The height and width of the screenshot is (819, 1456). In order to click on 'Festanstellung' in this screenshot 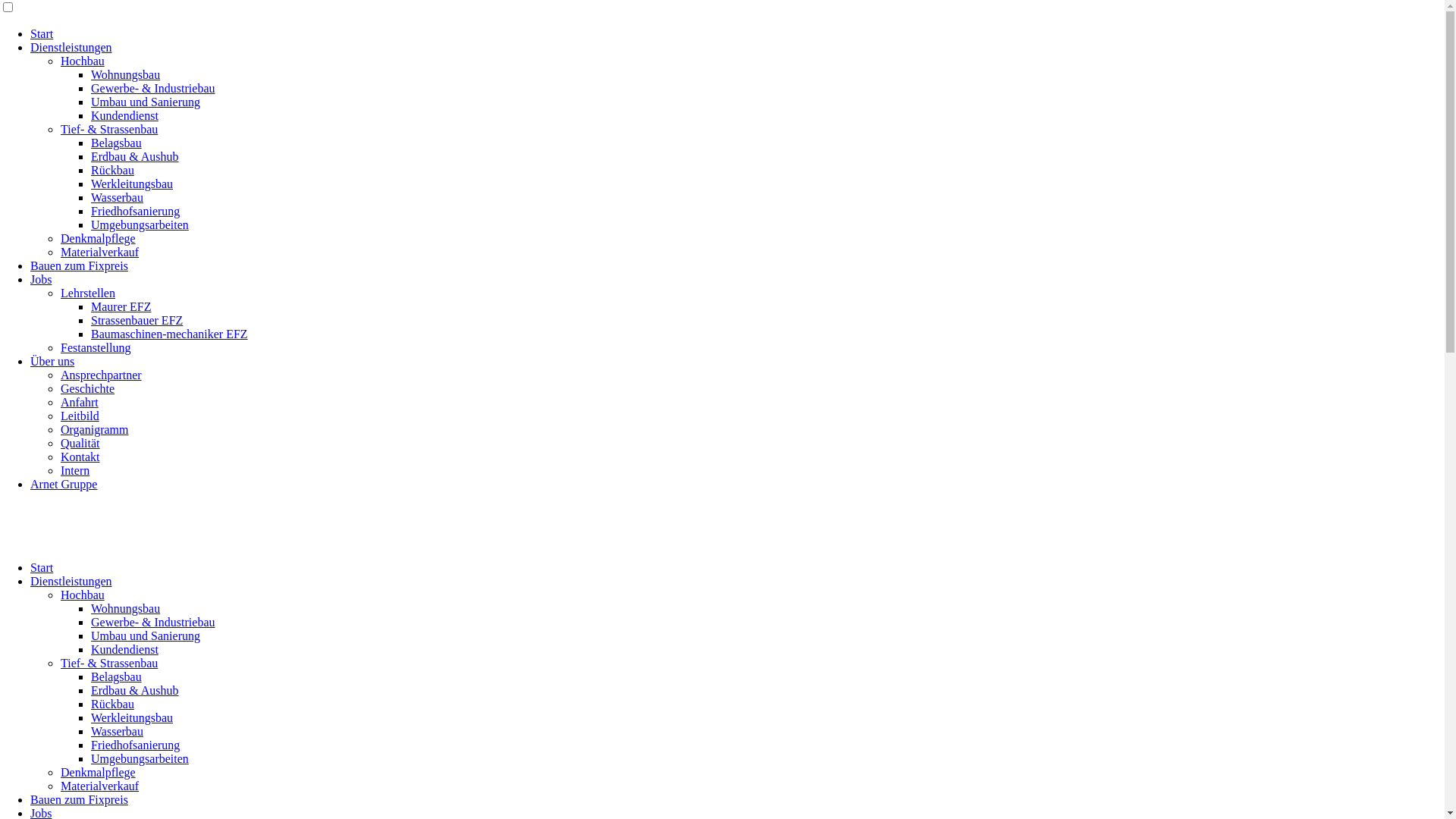, I will do `click(94, 347)`.